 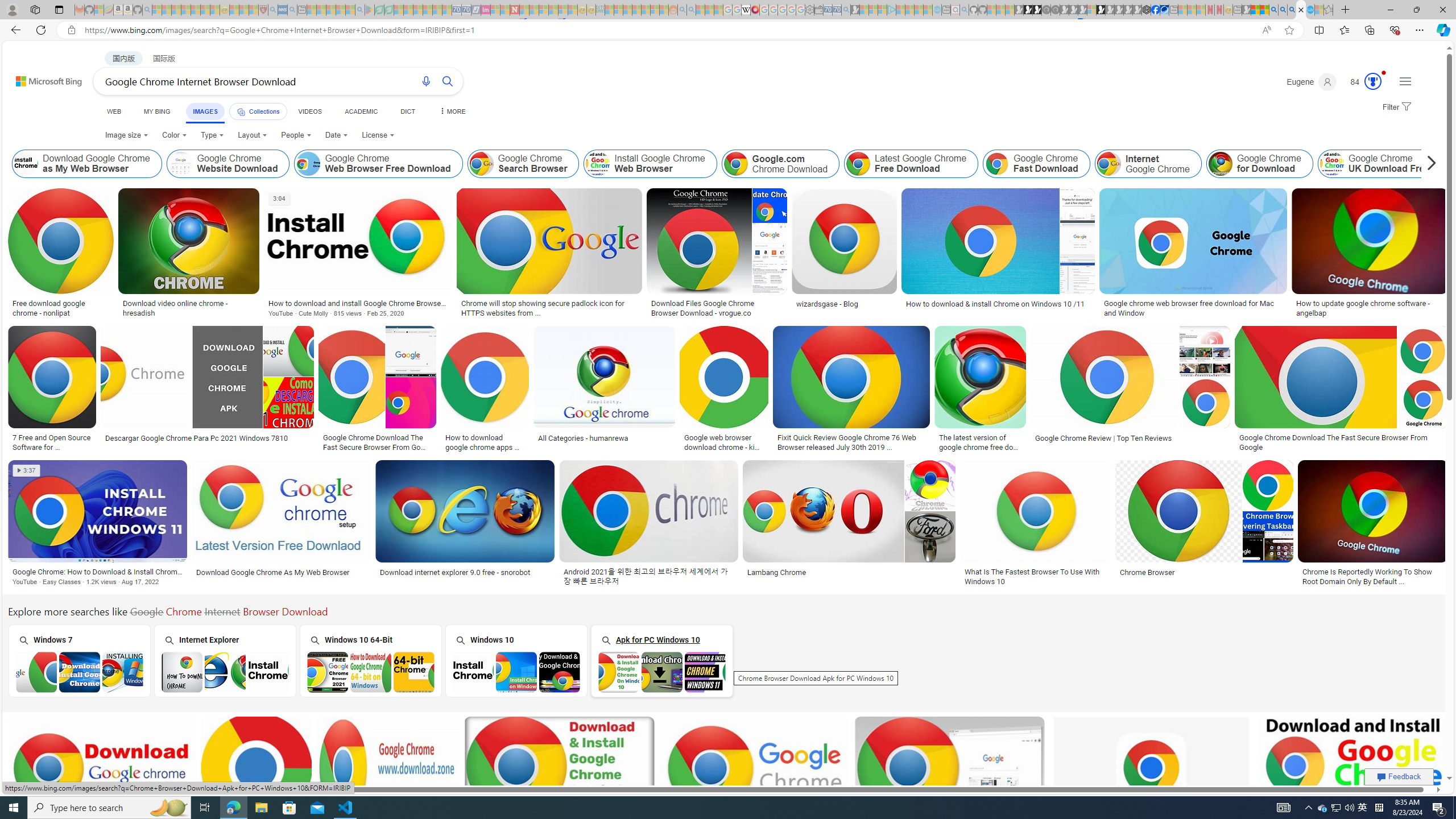 I want to click on 'Download Google Chrome as My Web Browser', so click(x=26, y=163).